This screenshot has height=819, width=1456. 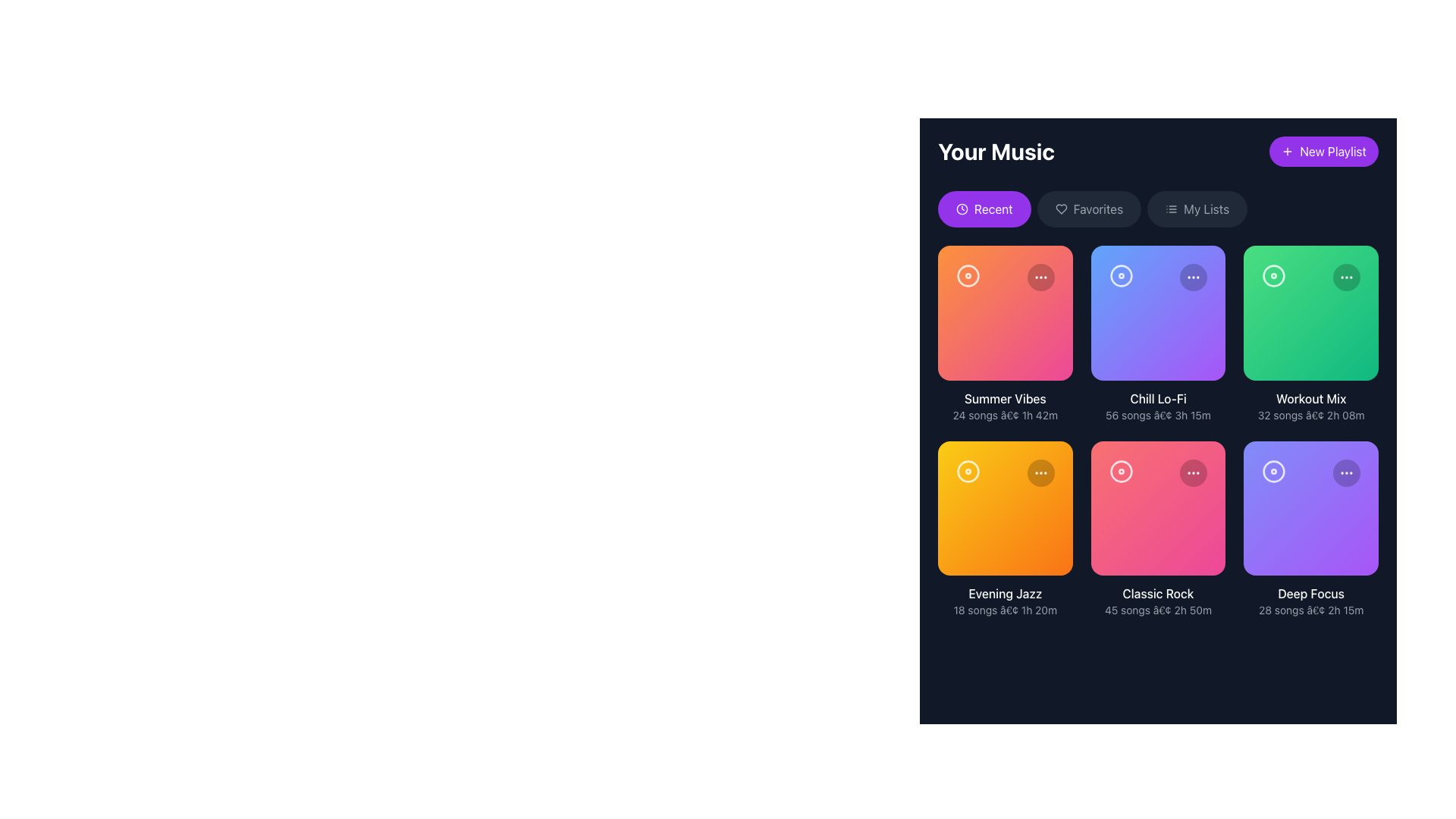 What do you see at coordinates (1157, 405) in the screenshot?
I see `the informative text block displaying the 'Chill Lo-Fi' playlist, which is centrally located in its cell in the grid of playlist items` at bounding box center [1157, 405].